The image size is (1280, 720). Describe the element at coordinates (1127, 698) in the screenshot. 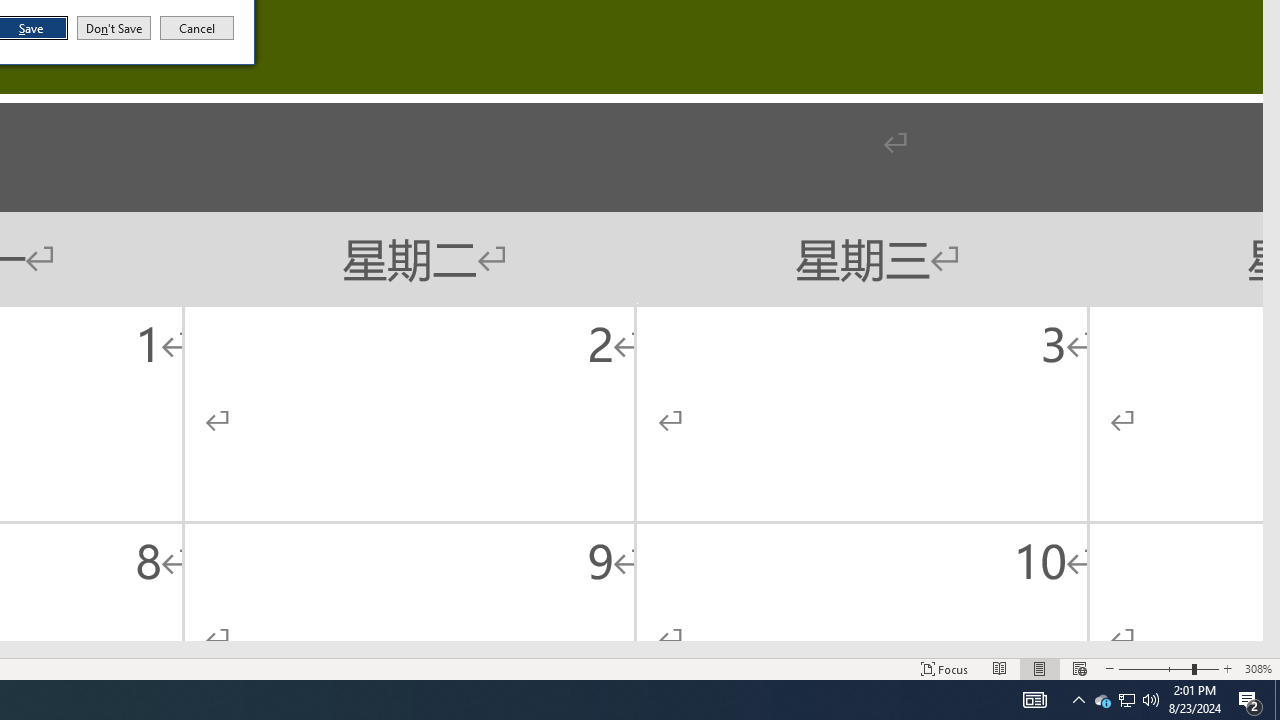

I see `'User Promoted Notification Area'` at that location.